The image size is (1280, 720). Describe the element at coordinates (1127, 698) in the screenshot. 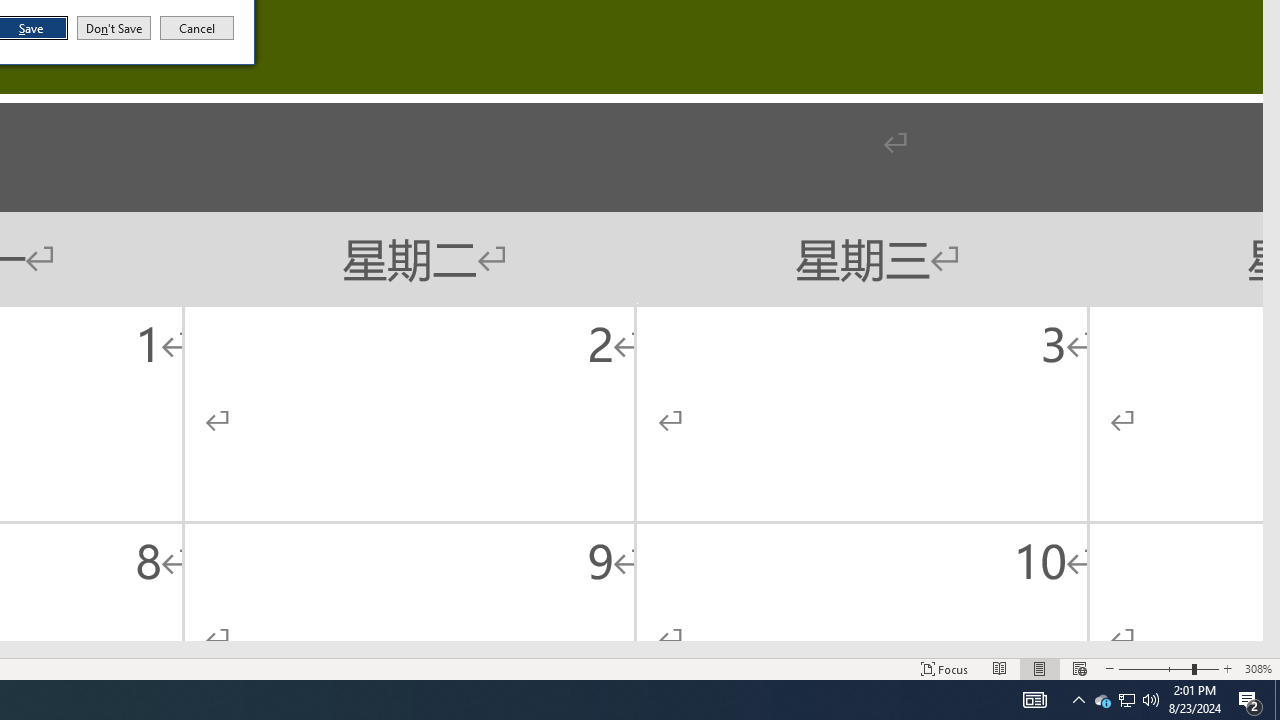

I see `'User Promoted Notification Area'` at that location.